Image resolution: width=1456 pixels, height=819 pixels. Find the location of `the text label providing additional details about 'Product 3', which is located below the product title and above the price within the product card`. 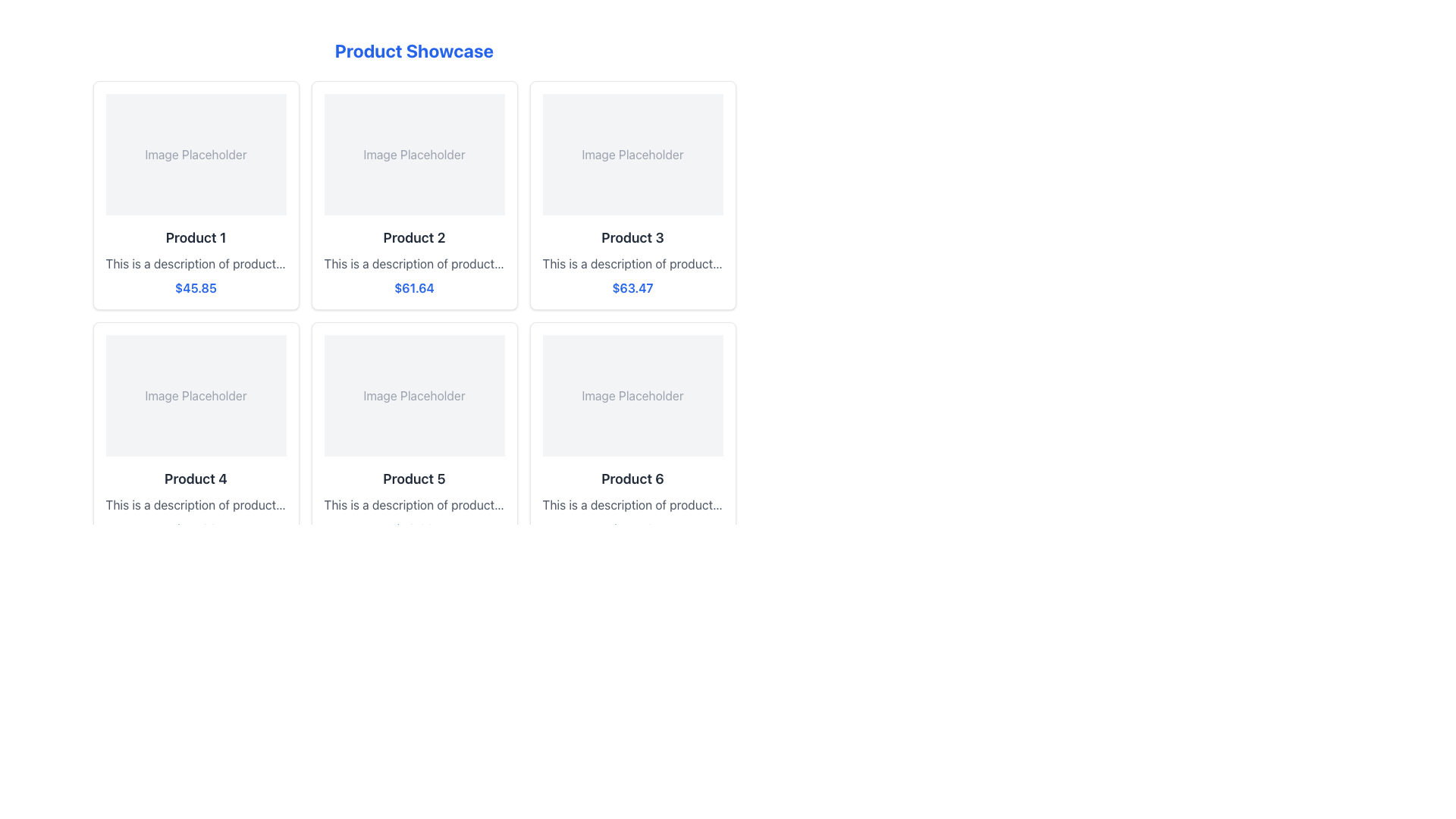

the text label providing additional details about 'Product 3', which is located below the product title and above the price within the product card is located at coordinates (632, 262).